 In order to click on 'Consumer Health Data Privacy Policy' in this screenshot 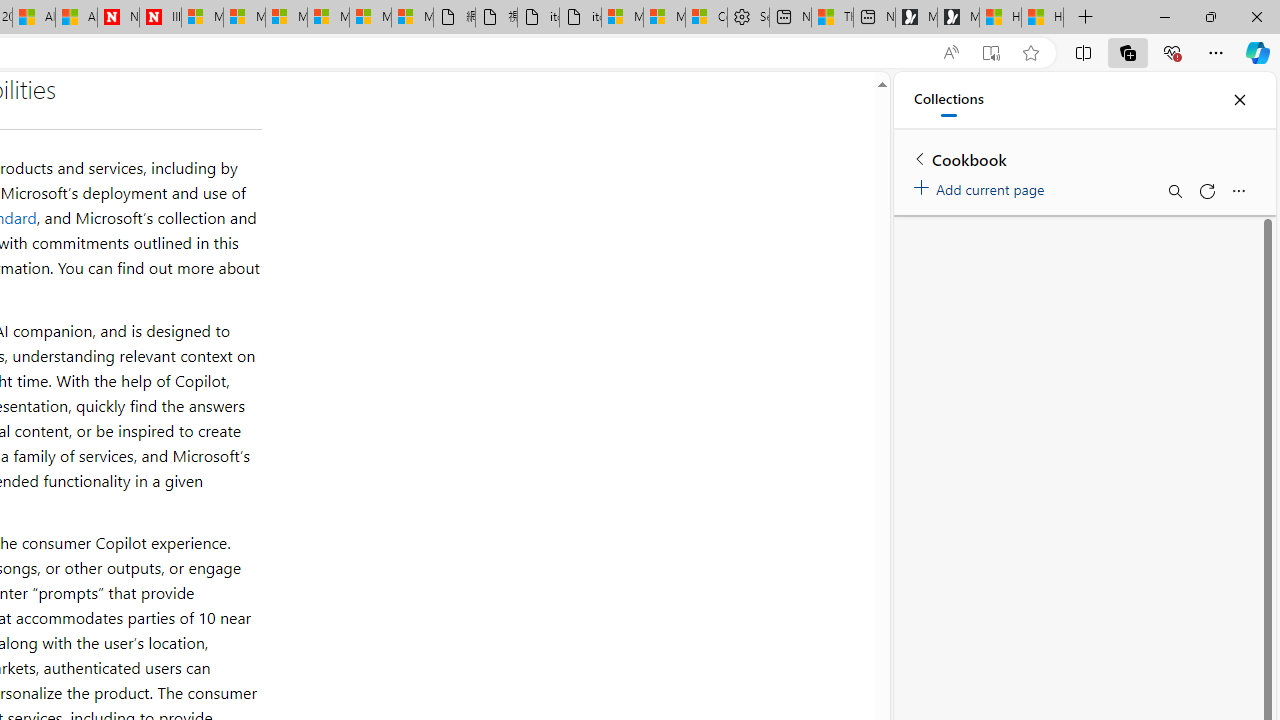, I will do `click(706, 17)`.